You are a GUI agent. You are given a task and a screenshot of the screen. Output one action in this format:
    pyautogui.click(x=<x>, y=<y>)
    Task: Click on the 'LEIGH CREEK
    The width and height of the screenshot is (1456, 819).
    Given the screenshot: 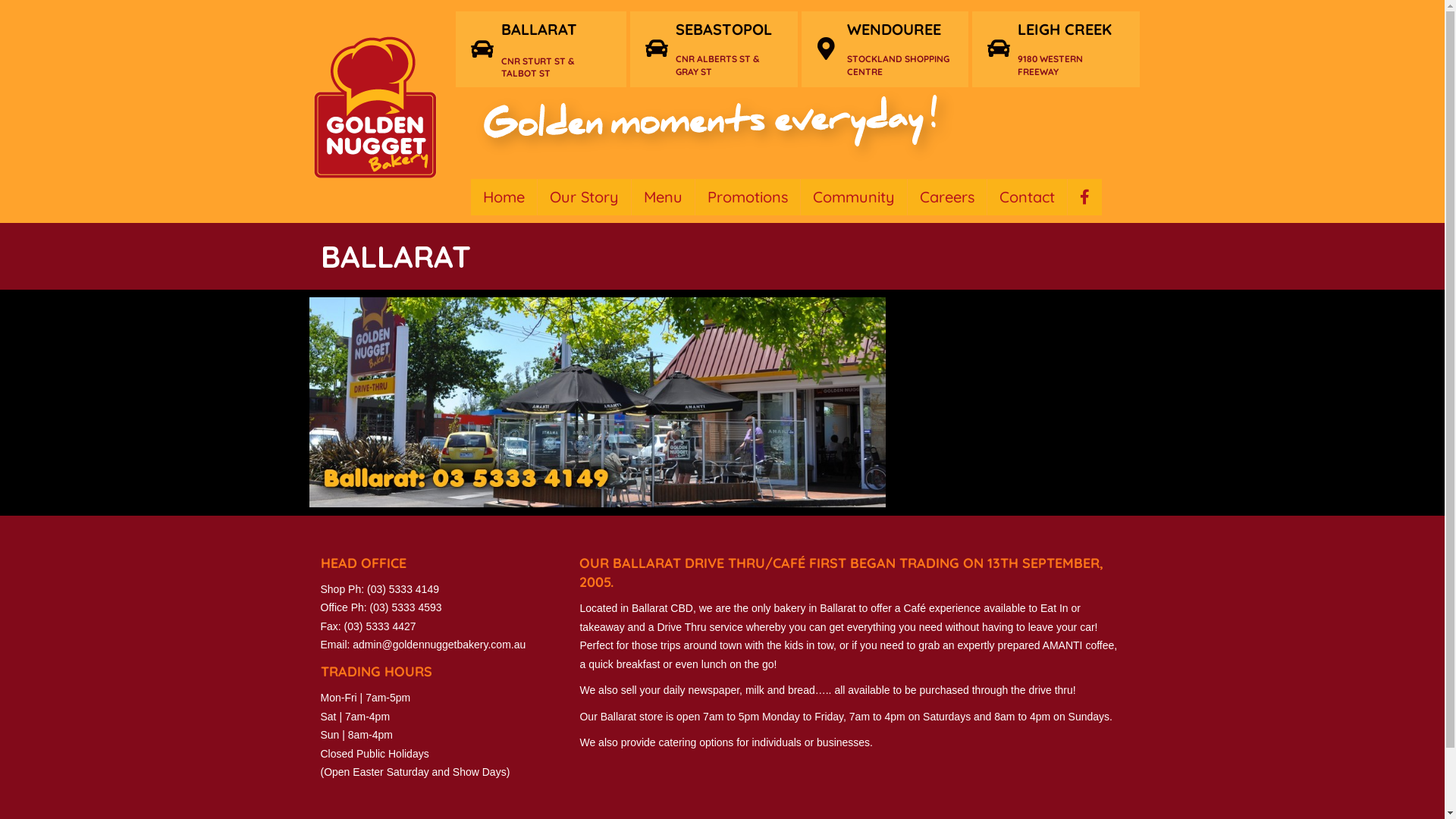 What is the action you would take?
    pyautogui.click(x=1070, y=48)
    